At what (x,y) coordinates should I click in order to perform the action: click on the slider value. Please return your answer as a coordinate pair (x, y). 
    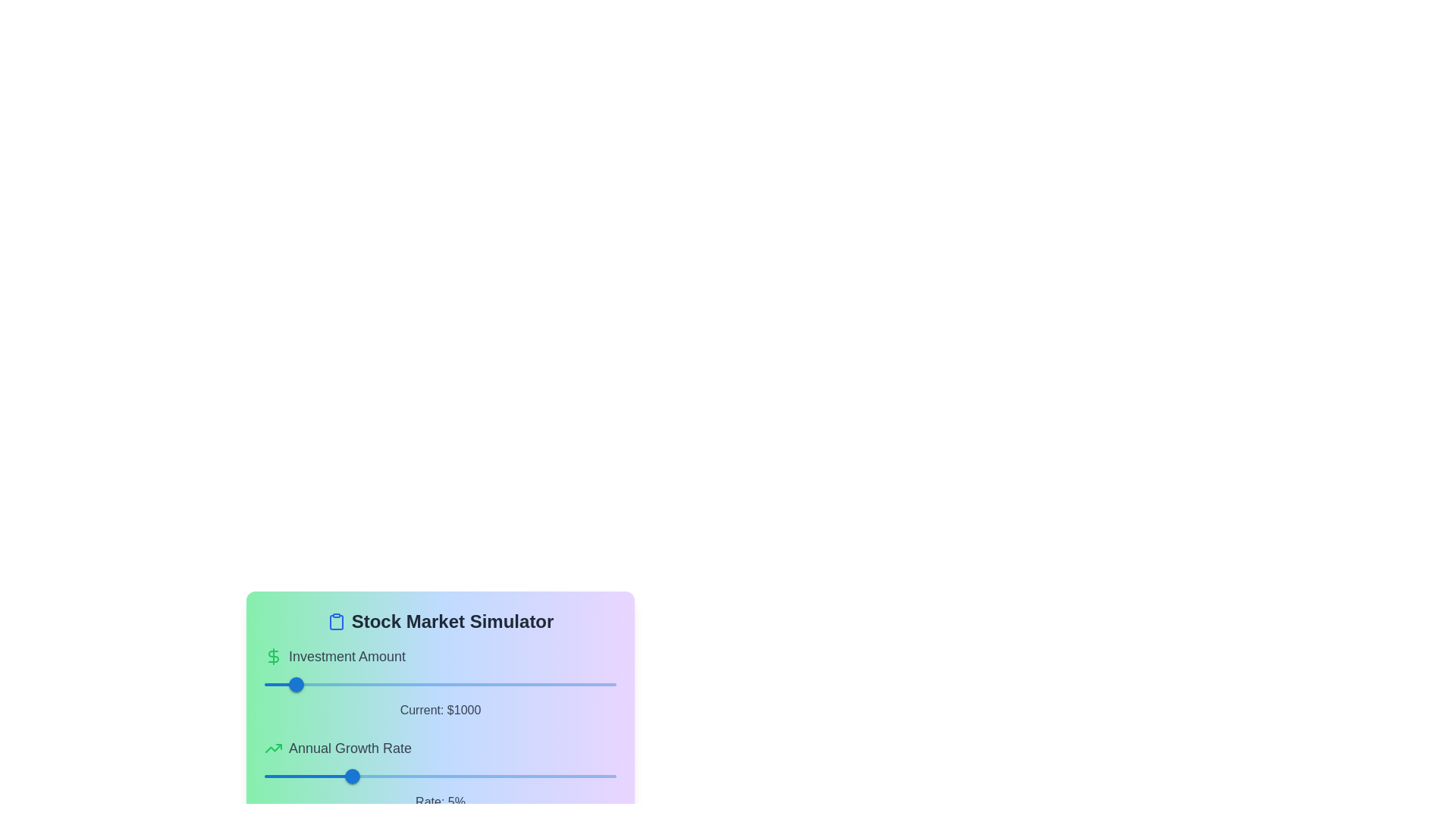
    Looking at the image, I should click on (353, 776).